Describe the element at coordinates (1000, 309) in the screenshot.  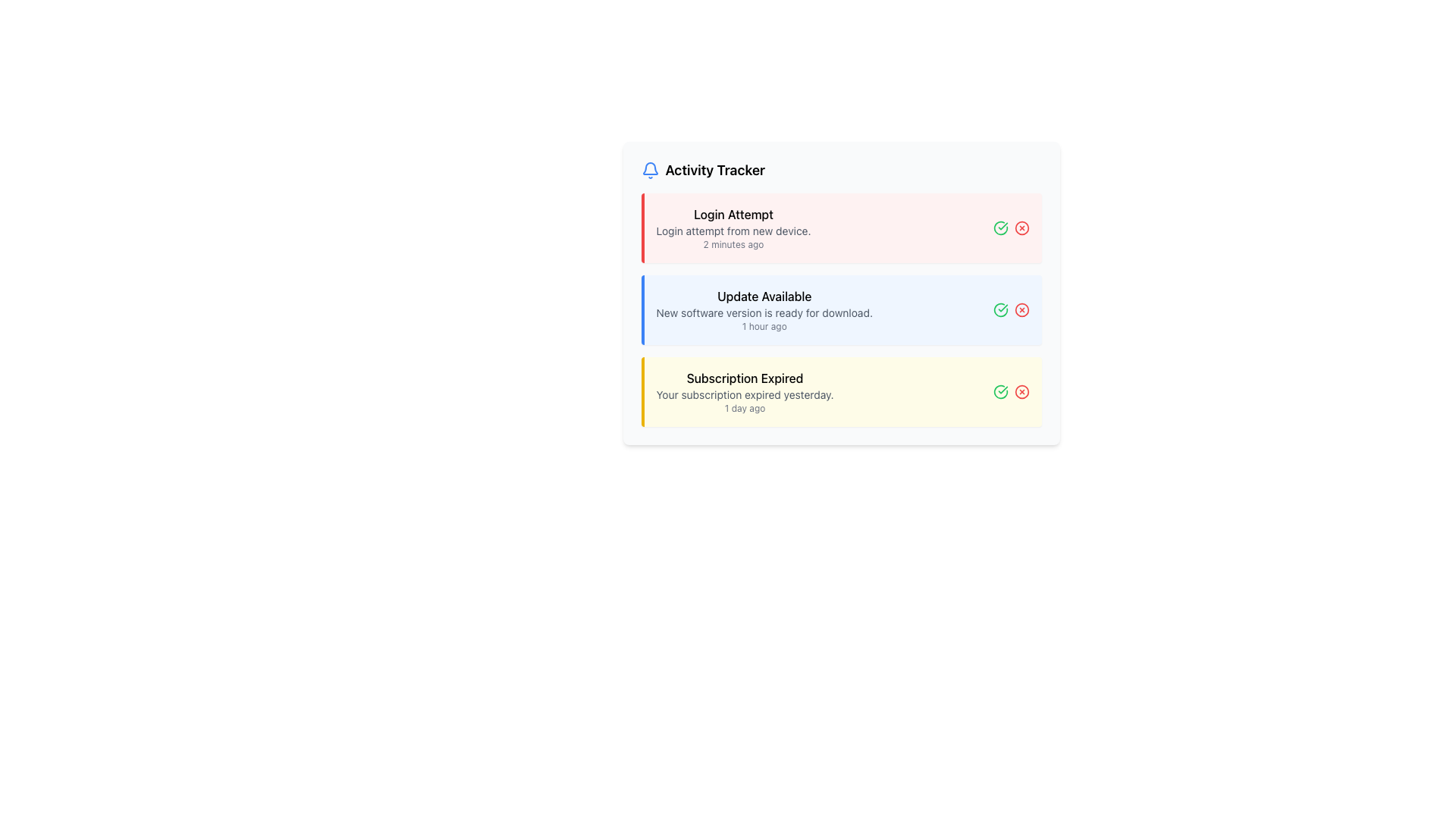
I see `the green circular icon with a checkmark in the center to confirm or acknowledge the notification in the 'Activity Tracker' interface, specifically in the 'Update Available' section` at that location.